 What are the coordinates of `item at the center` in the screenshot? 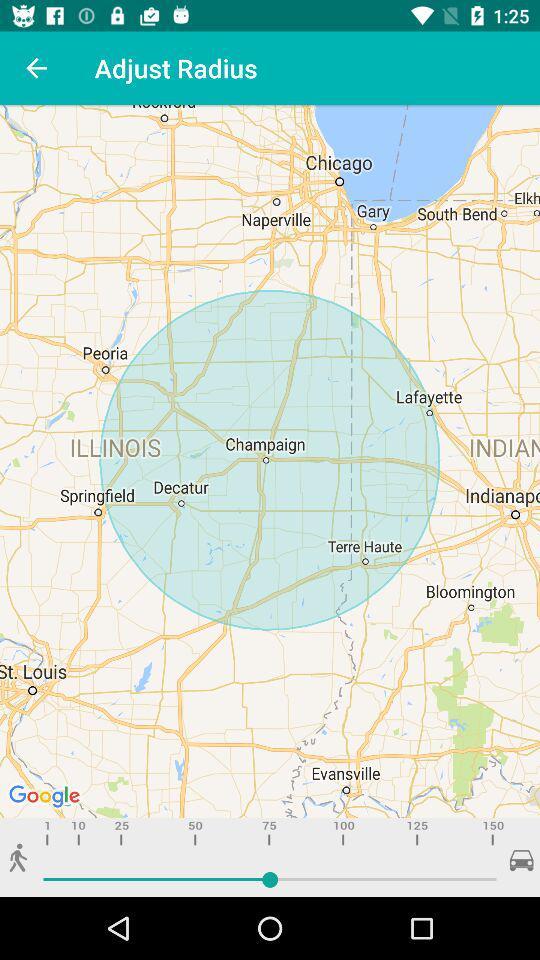 It's located at (270, 461).